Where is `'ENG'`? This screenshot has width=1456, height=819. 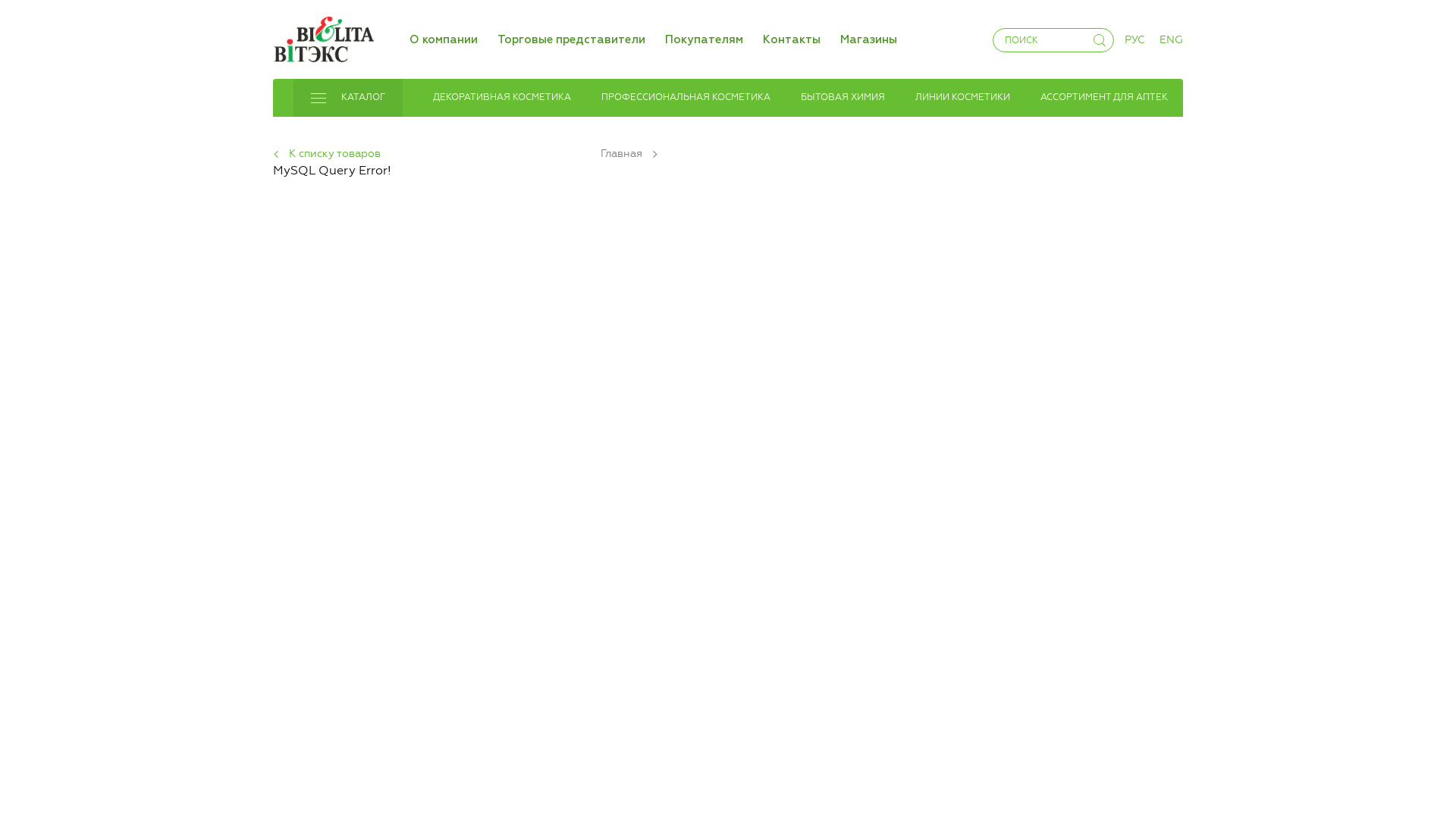 'ENG' is located at coordinates (1170, 39).